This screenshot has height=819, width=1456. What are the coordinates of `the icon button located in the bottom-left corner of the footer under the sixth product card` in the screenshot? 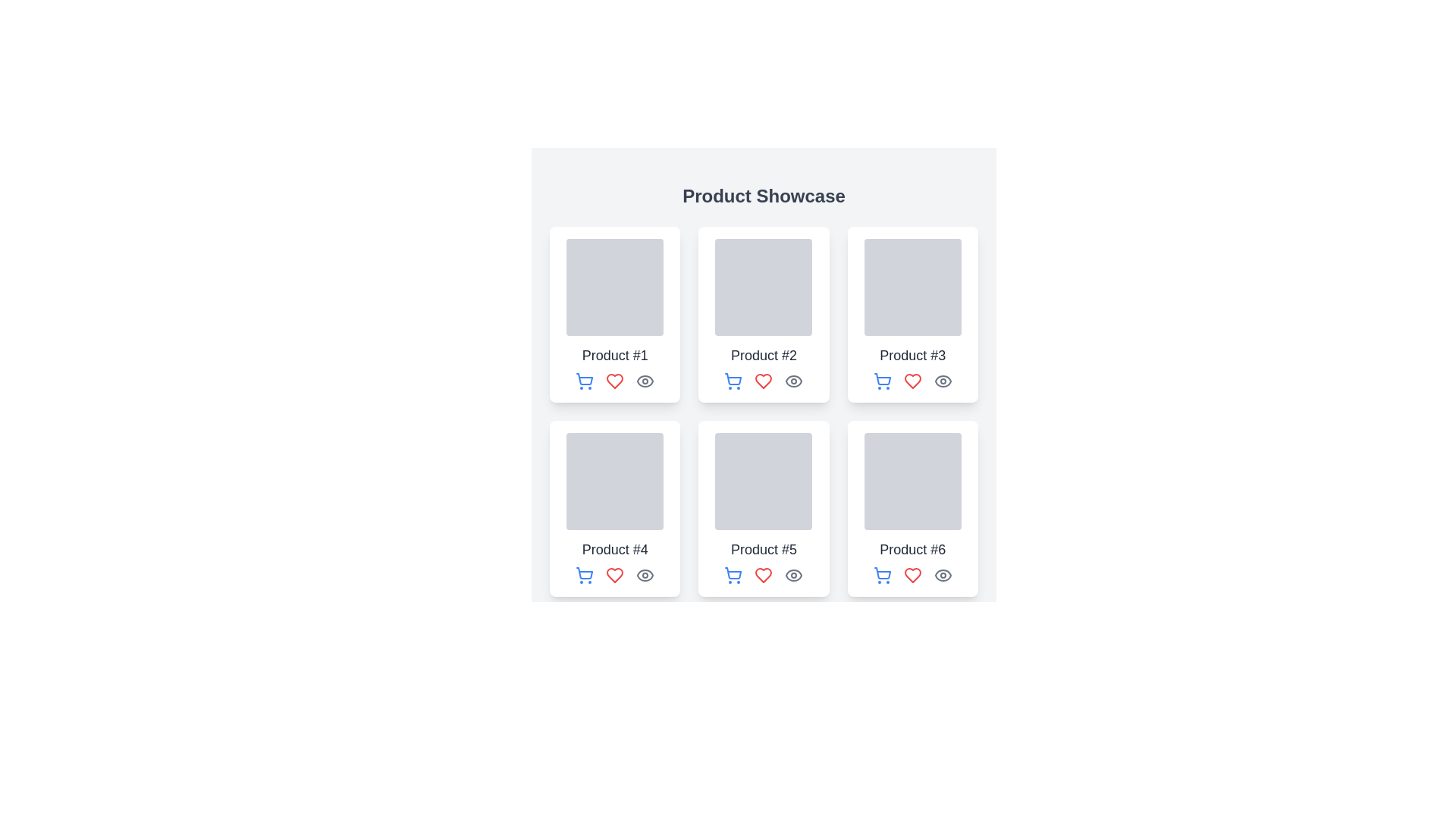 It's located at (882, 576).